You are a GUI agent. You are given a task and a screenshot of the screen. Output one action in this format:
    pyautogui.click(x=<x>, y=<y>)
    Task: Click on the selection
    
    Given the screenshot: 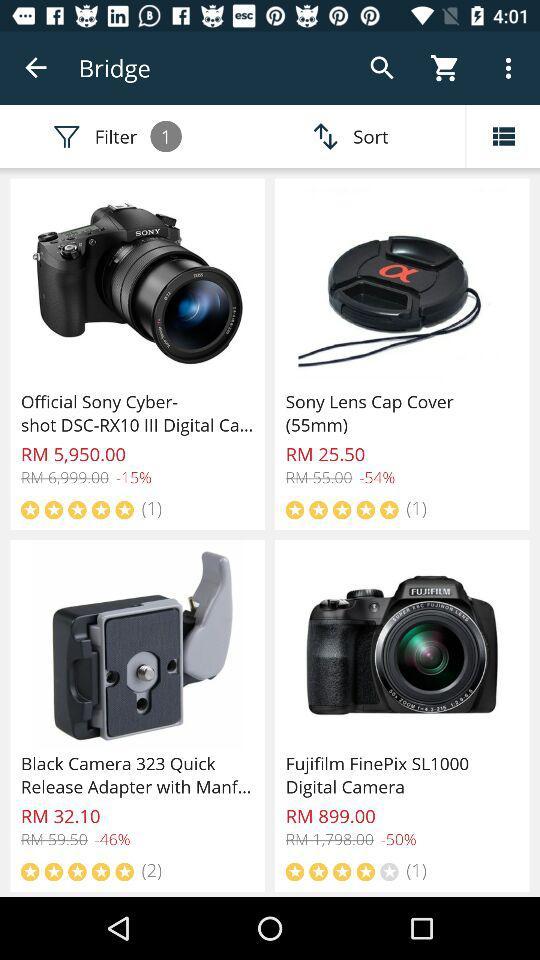 What is the action you would take?
    pyautogui.click(x=502, y=135)
    